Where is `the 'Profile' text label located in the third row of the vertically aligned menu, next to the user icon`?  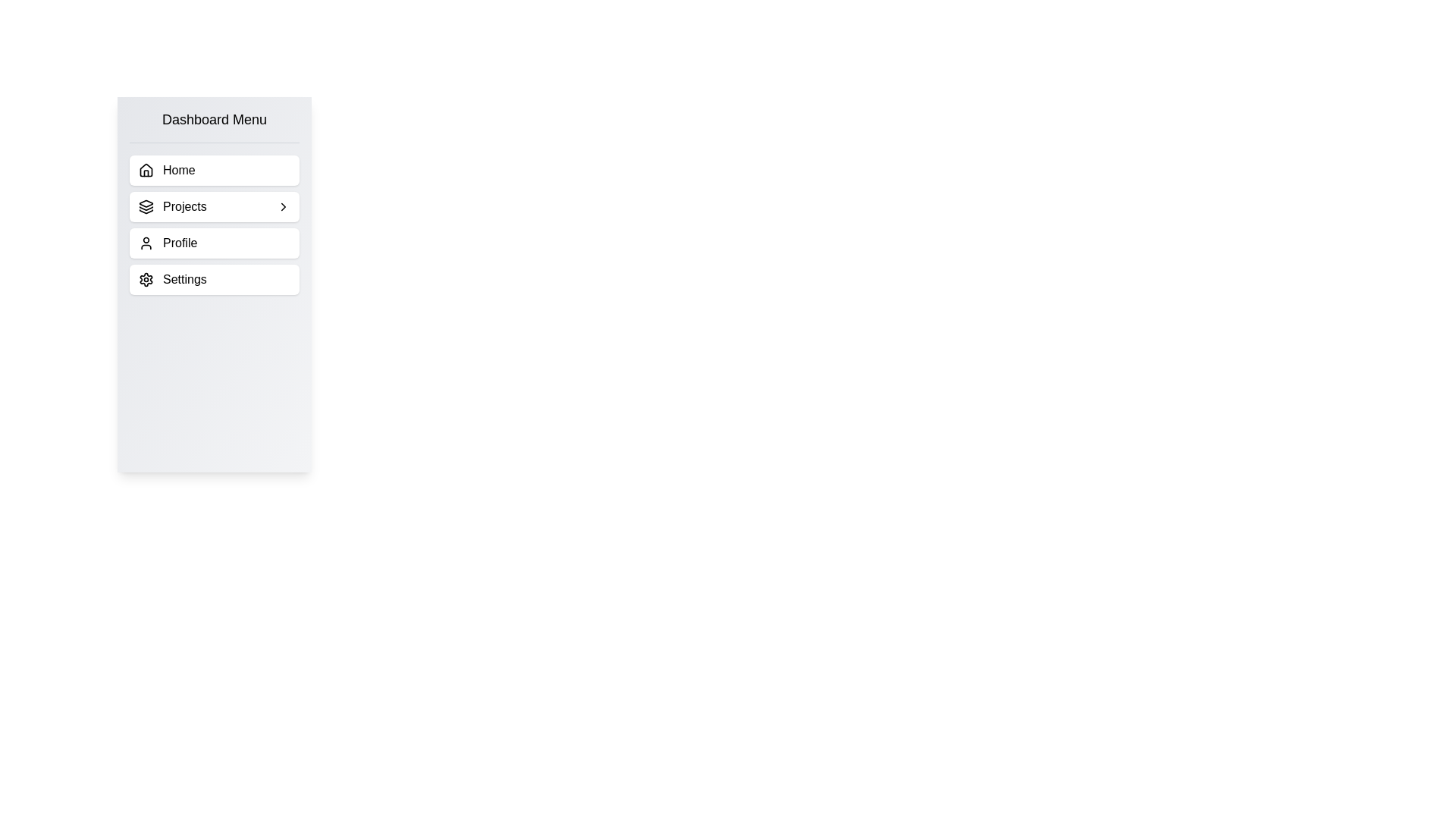
the 'Profile' text label located in the third row of the vertically aligned menu, next to the user icon is located at coordinates (180, 242).